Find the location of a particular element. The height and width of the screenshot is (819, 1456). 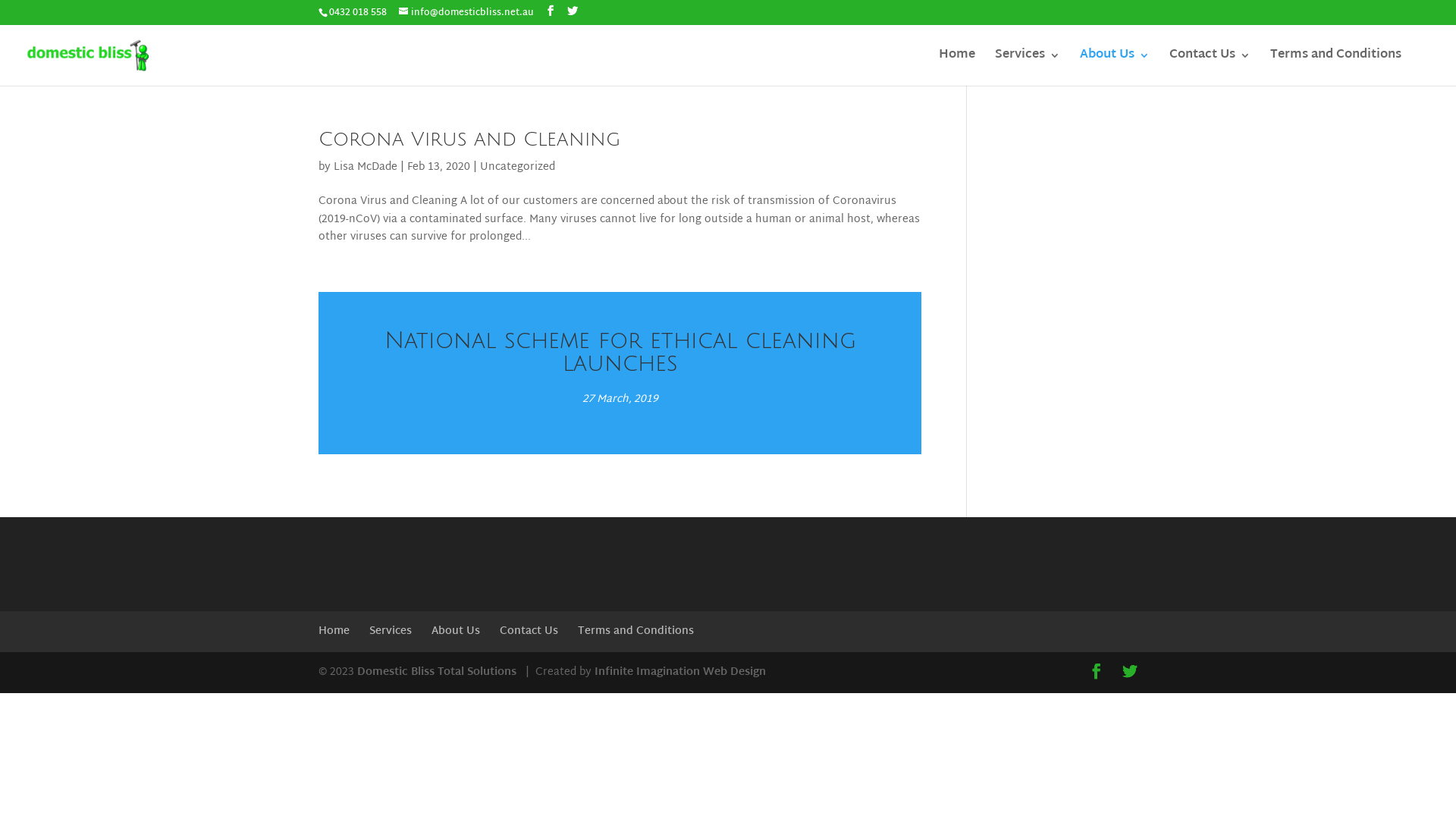

'Corona Virus and Cleaning' is located at coordinates (469, 140).